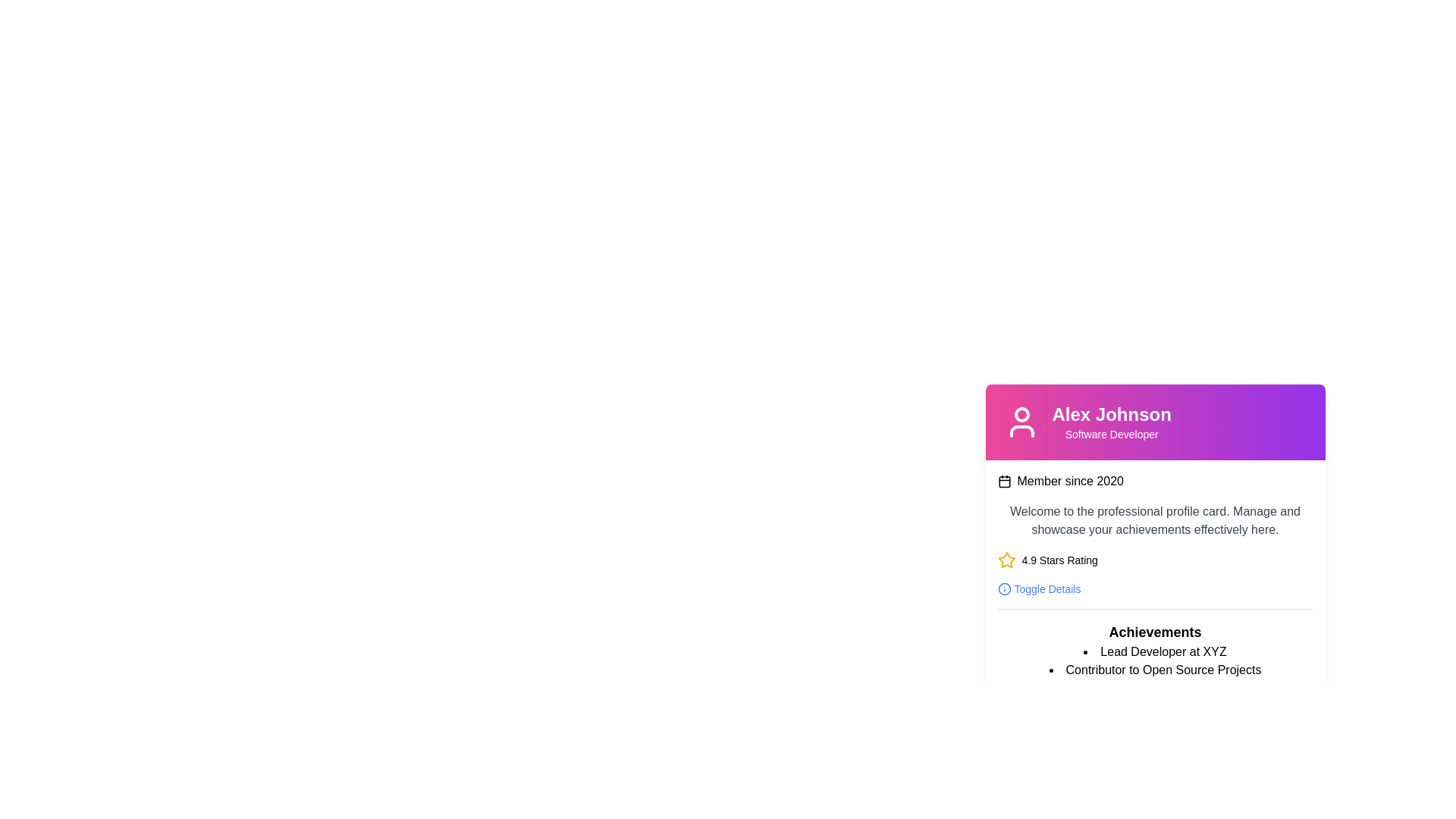 Image resolution: width=1456 pixels, height=819 pixels. Describe the element at coordinates (1154, 651) in the screenshot. I see `the text element displaying 'Lead Developer at XYZ' in the 'Achievements' section, which is the first bullet point in the list` at that location.